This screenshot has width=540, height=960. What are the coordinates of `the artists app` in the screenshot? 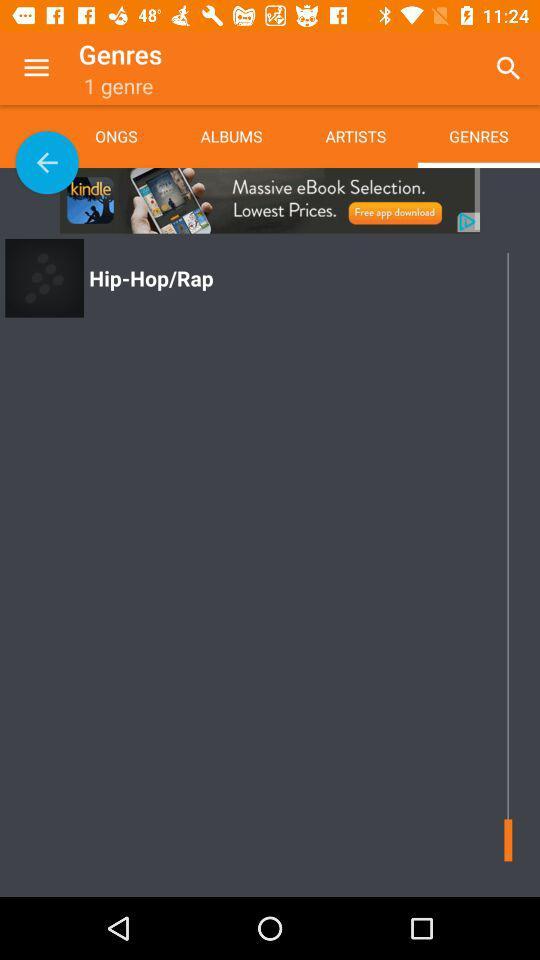 It's located at (354, 135).